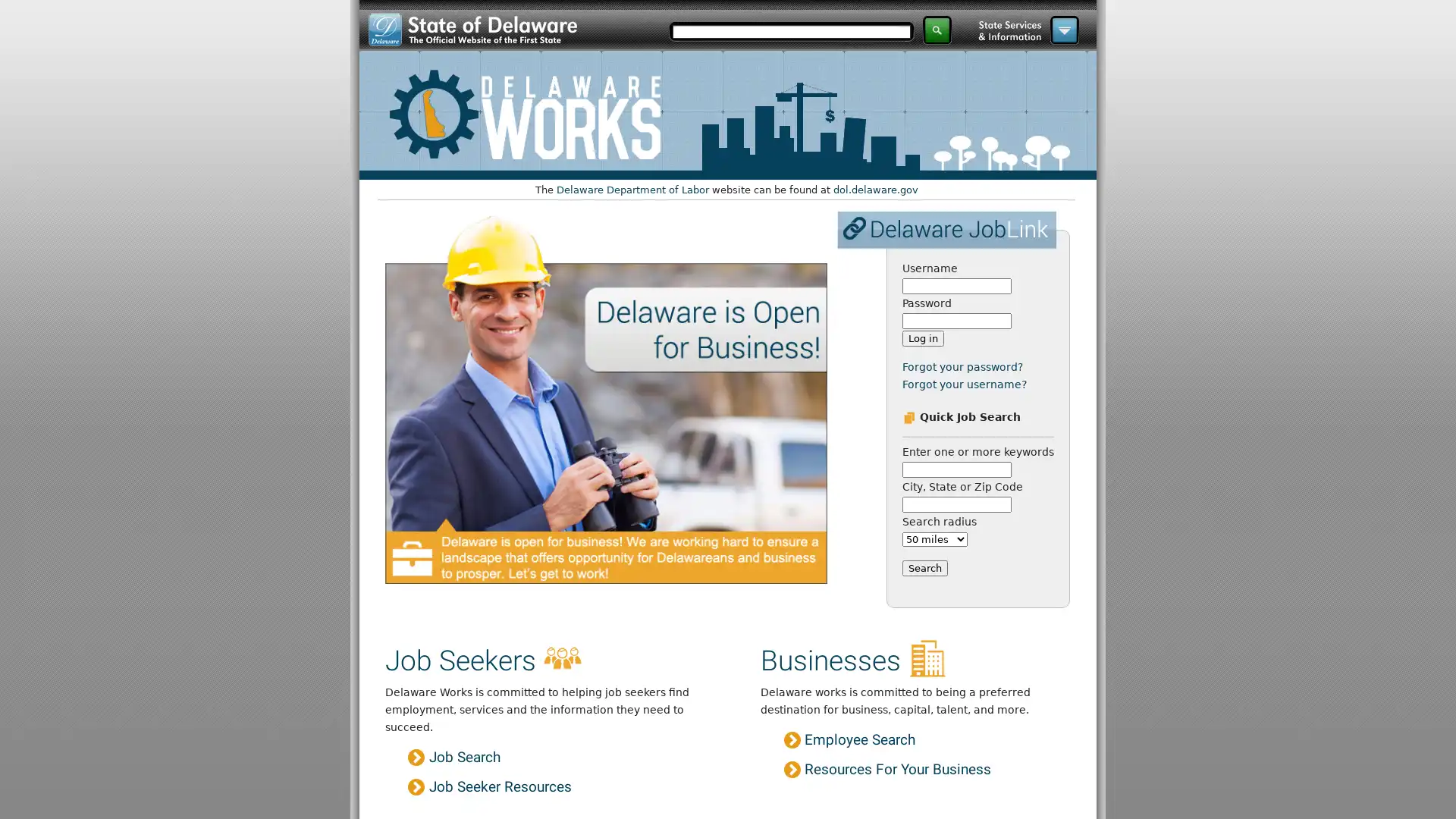 This screenshot has width=1456, height=819. Describe the element at coordinates (1063, 30) in the screenshot. I see `services` at that location.